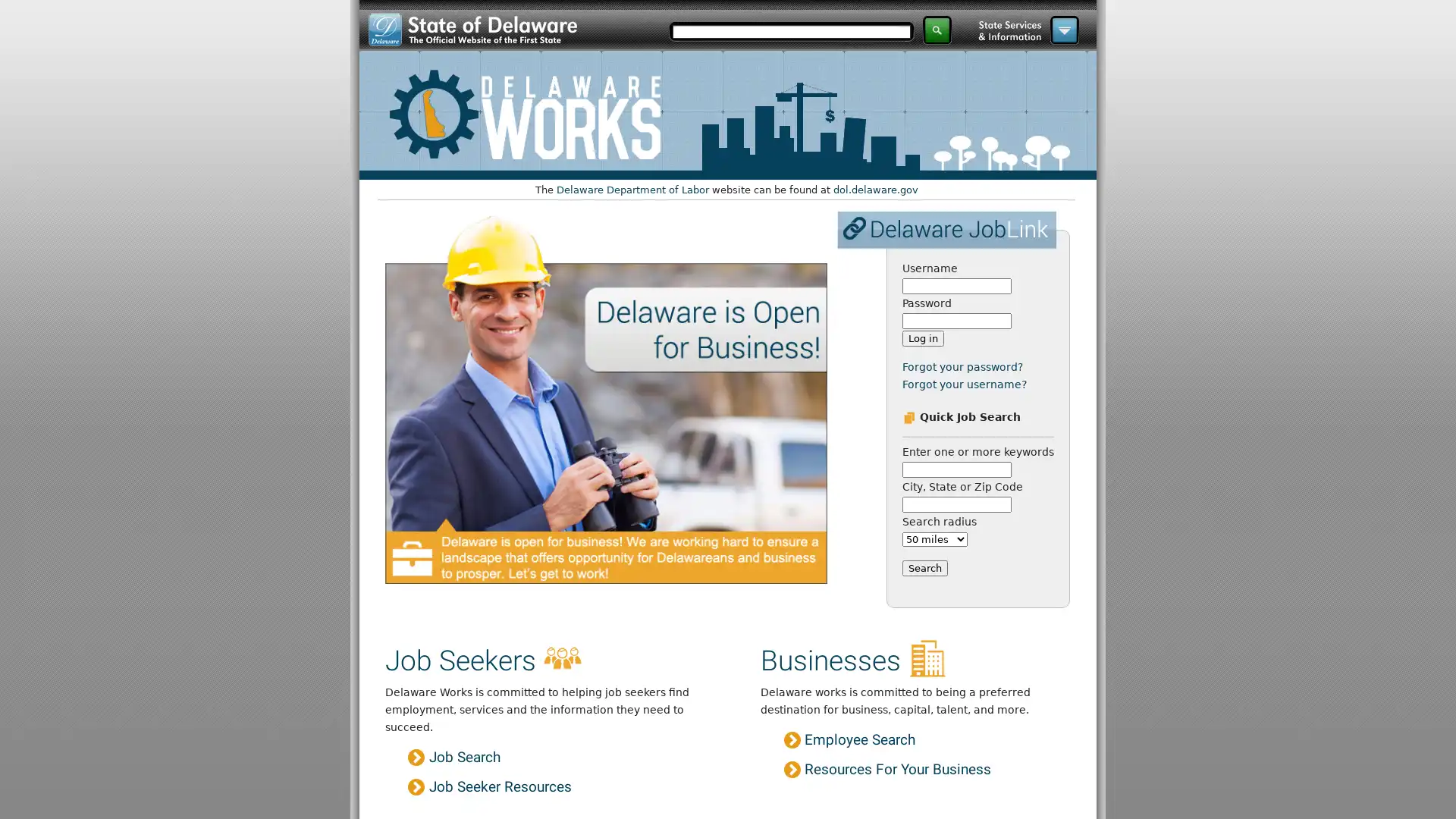 This screenshot has width=1456, height=819. Describe the element at coordinates (1063, 30) in the screenshot. I see `services` at that location.